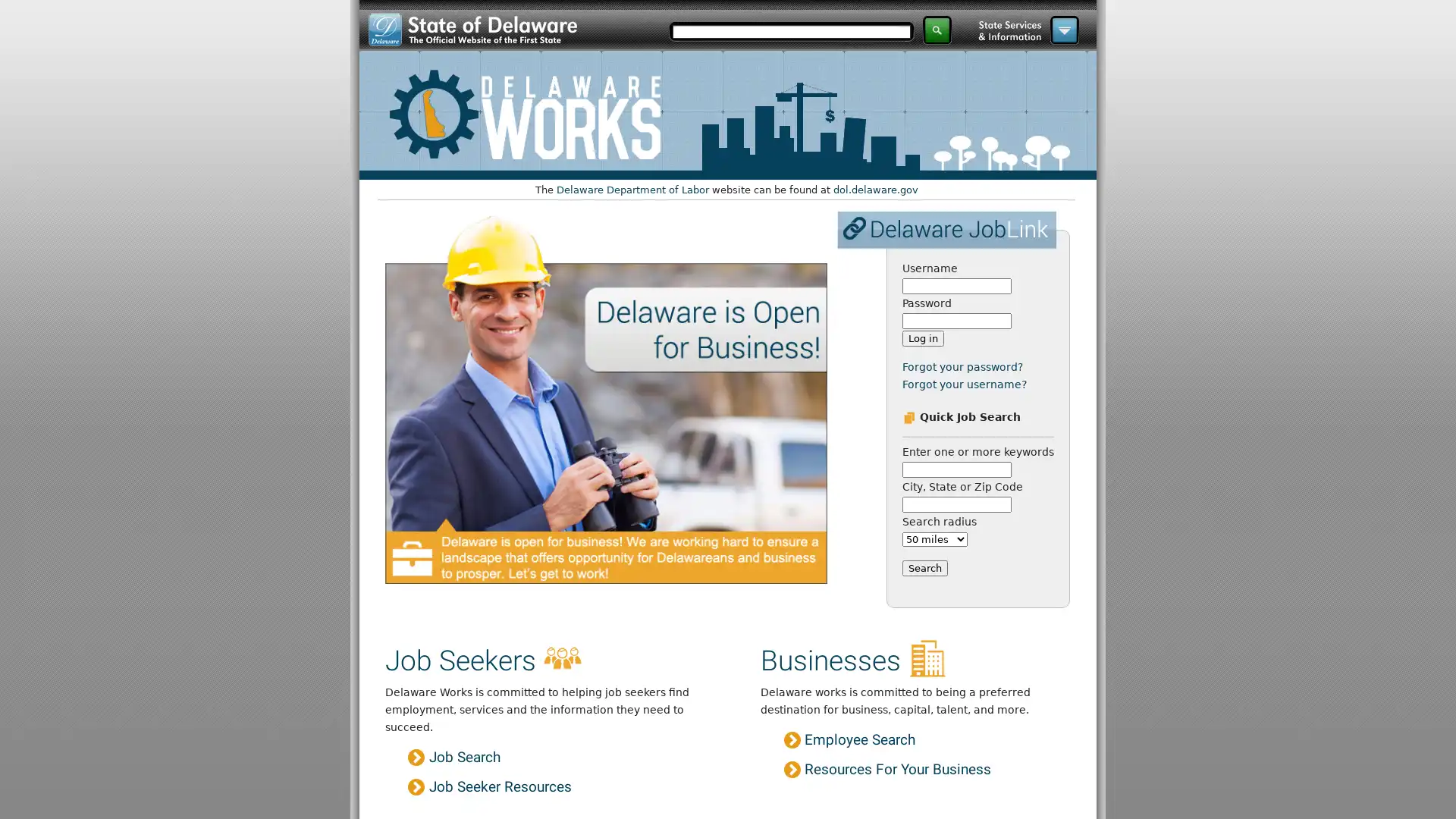 This screenshot has width=1456, height=819. Describe the element at coordinates (1063, 30) in the screenshot. I see `services` at that location.